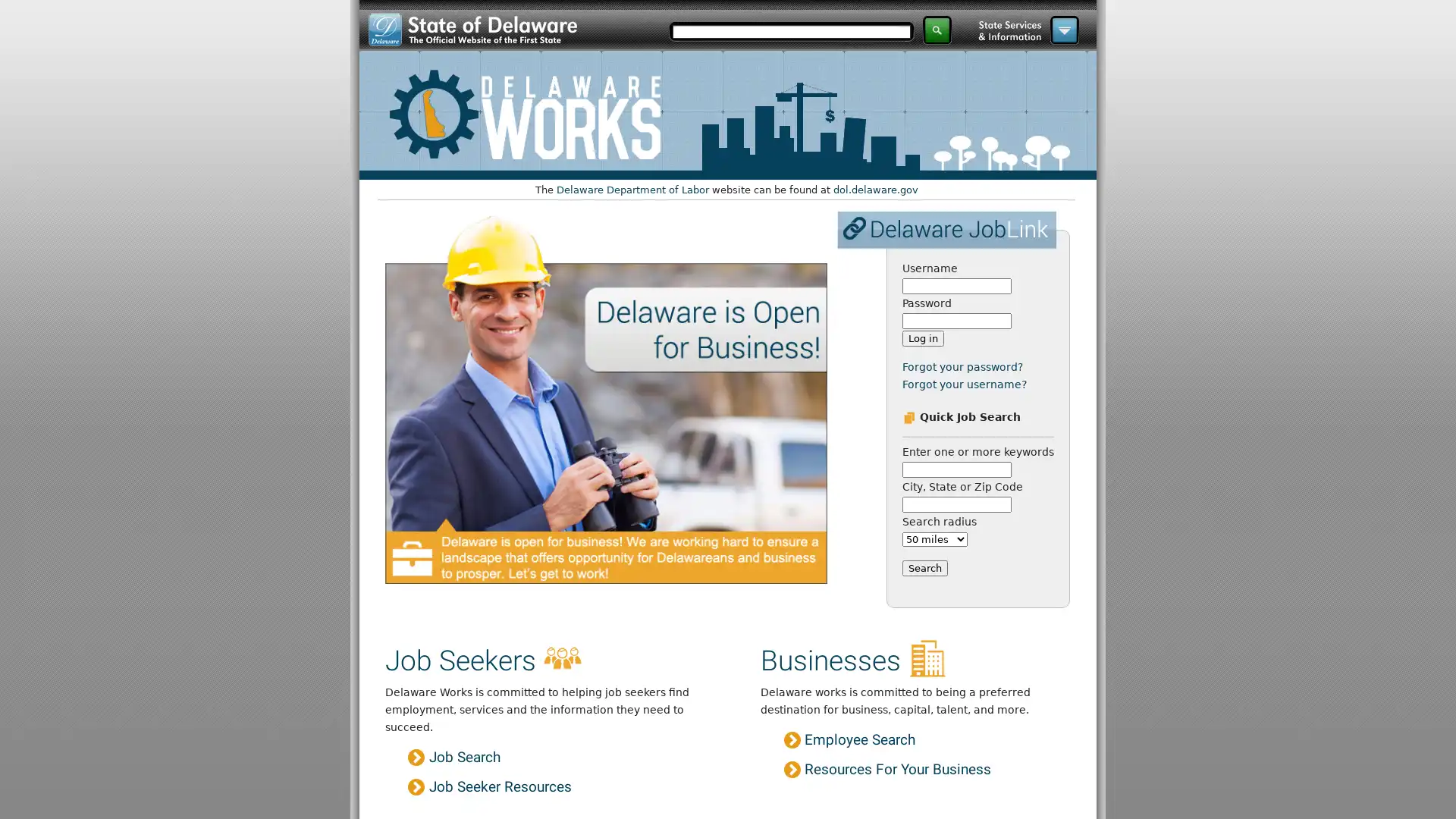 This screenshot has width=1456, height=819. Describe the element at coordinates (1063, 30) in the screenshot. I see `services` at that location.